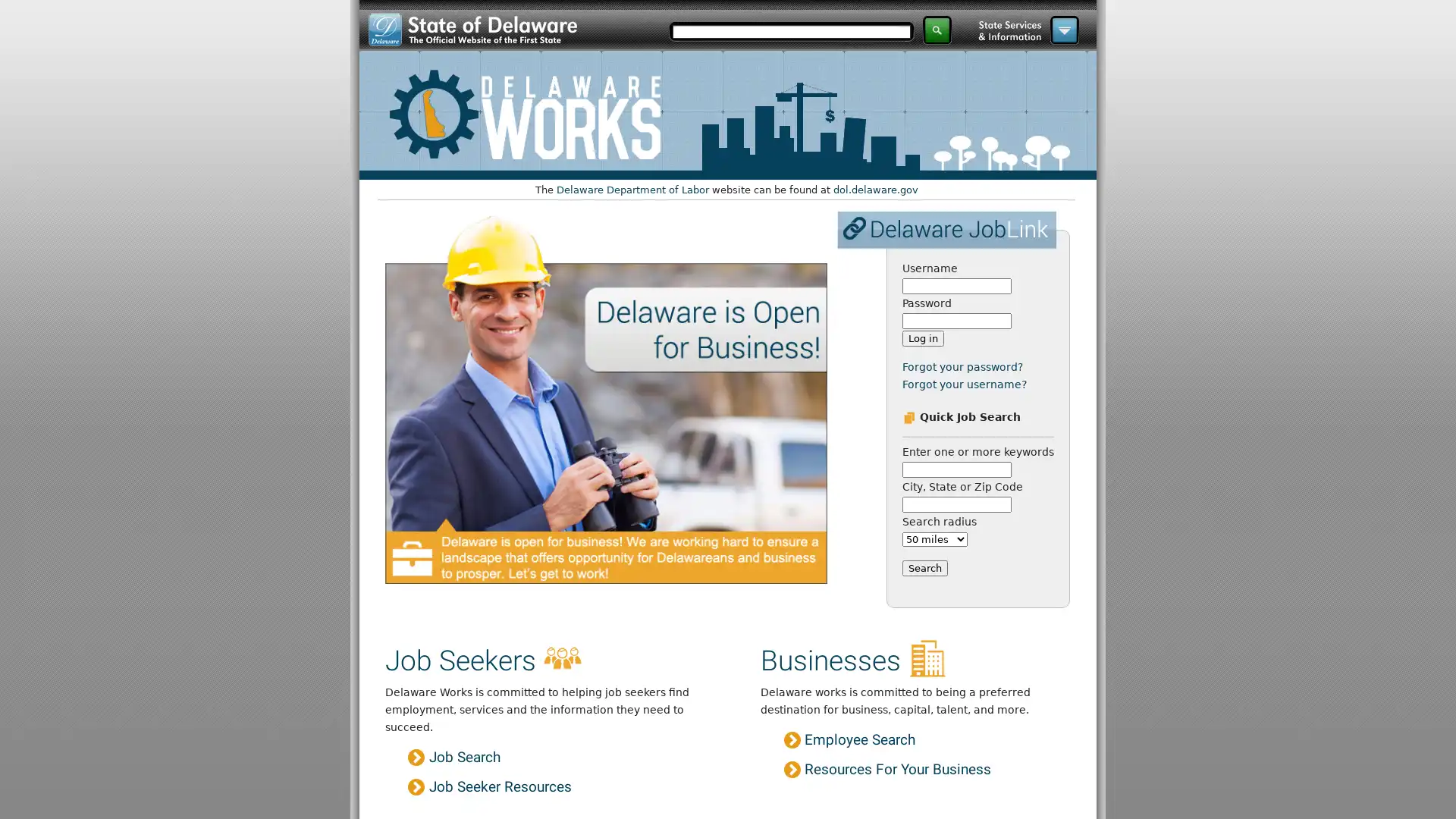 This screenshot has width=1456, height=819. Describe the element at coordinates (1063, 30) in the screenshot. I see `services` at that location.